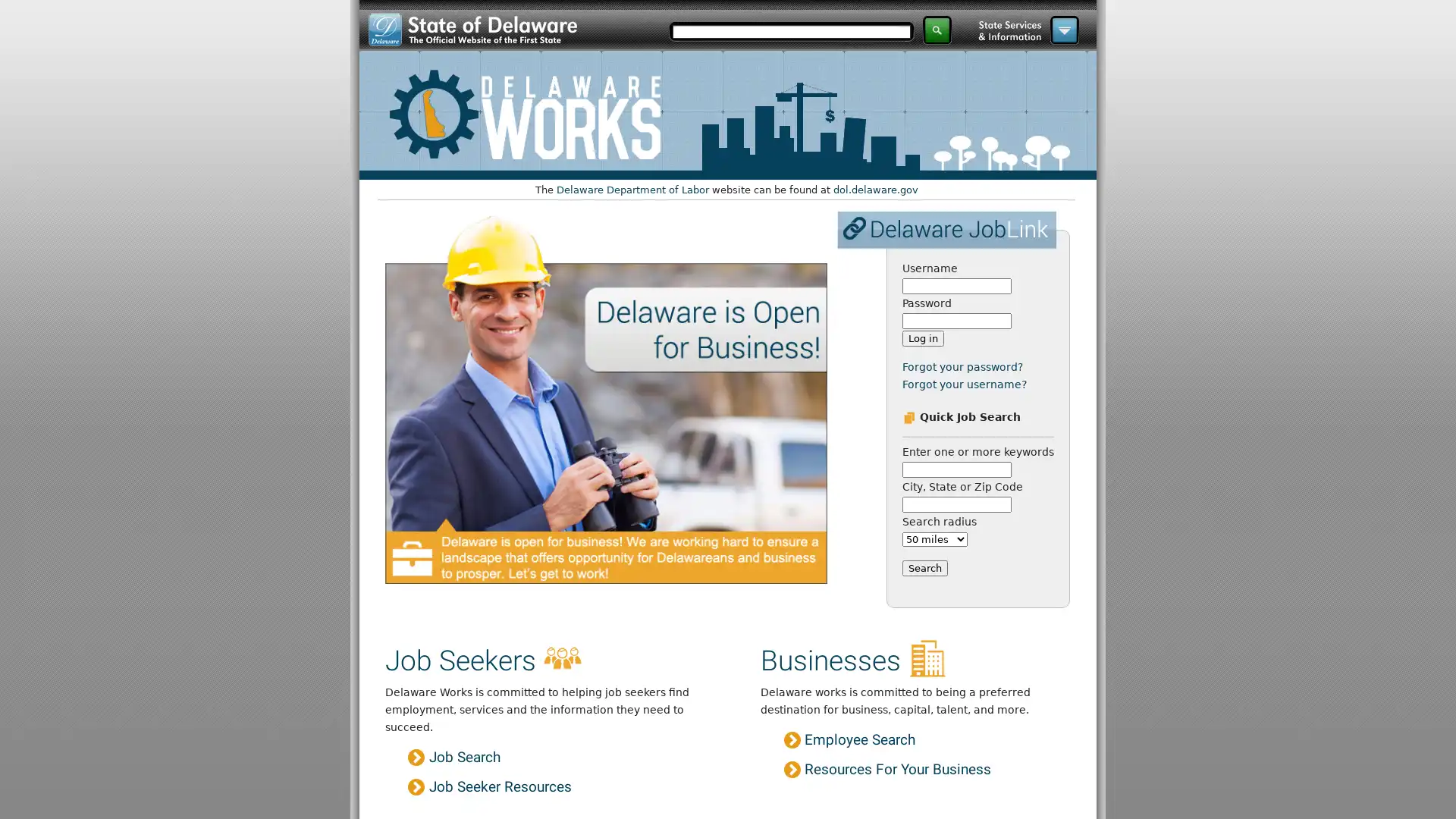 This screenshot has width=1456, height=819. Describe the element at coordinates (1063, 30) in the screenshot. I see `services` at that location.